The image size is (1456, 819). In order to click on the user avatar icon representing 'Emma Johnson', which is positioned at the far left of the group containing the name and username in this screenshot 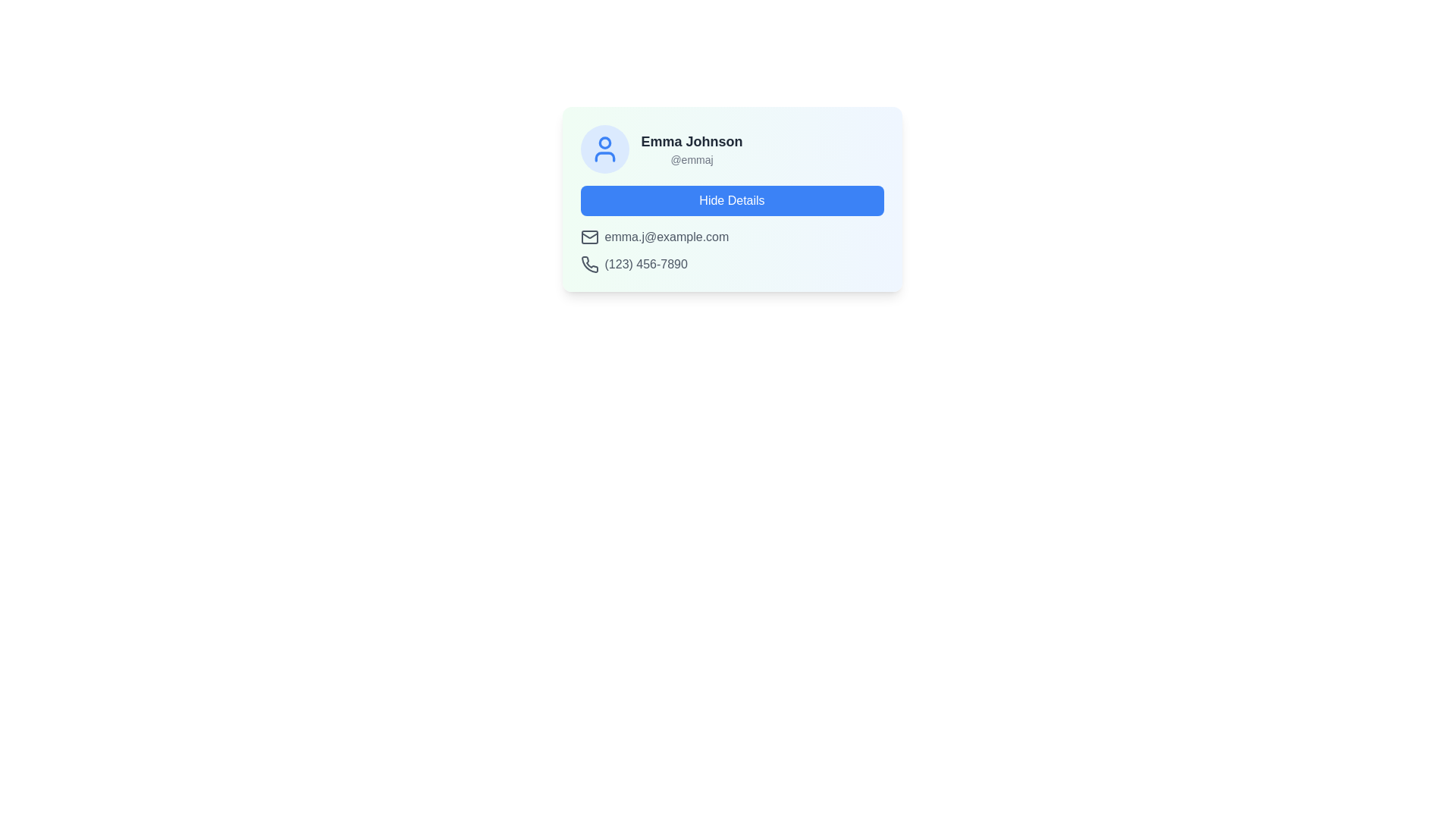, I will do `click(604, 149)`.